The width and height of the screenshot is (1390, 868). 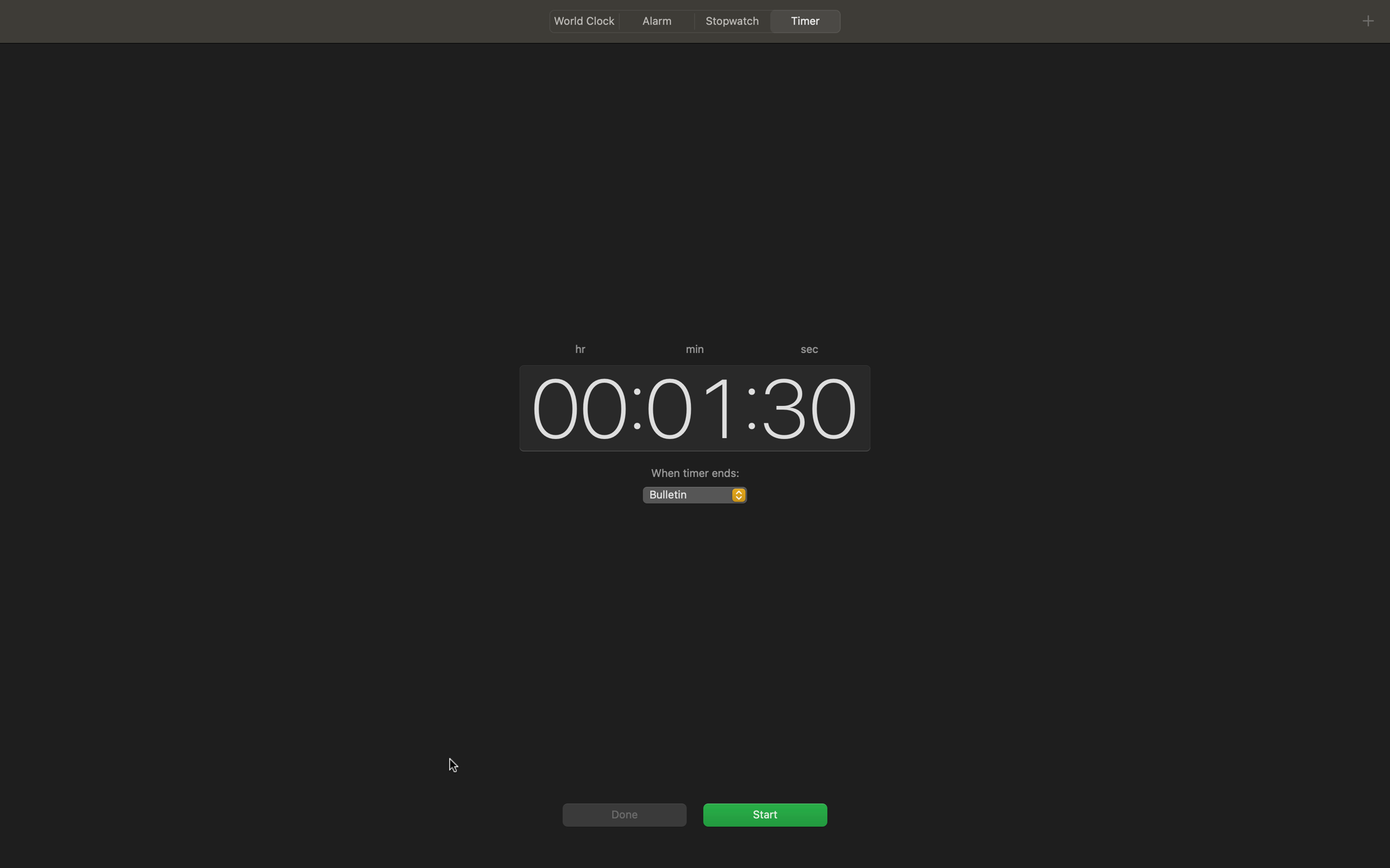 I want to click on seconds as 0, so click(x=810, y=405).